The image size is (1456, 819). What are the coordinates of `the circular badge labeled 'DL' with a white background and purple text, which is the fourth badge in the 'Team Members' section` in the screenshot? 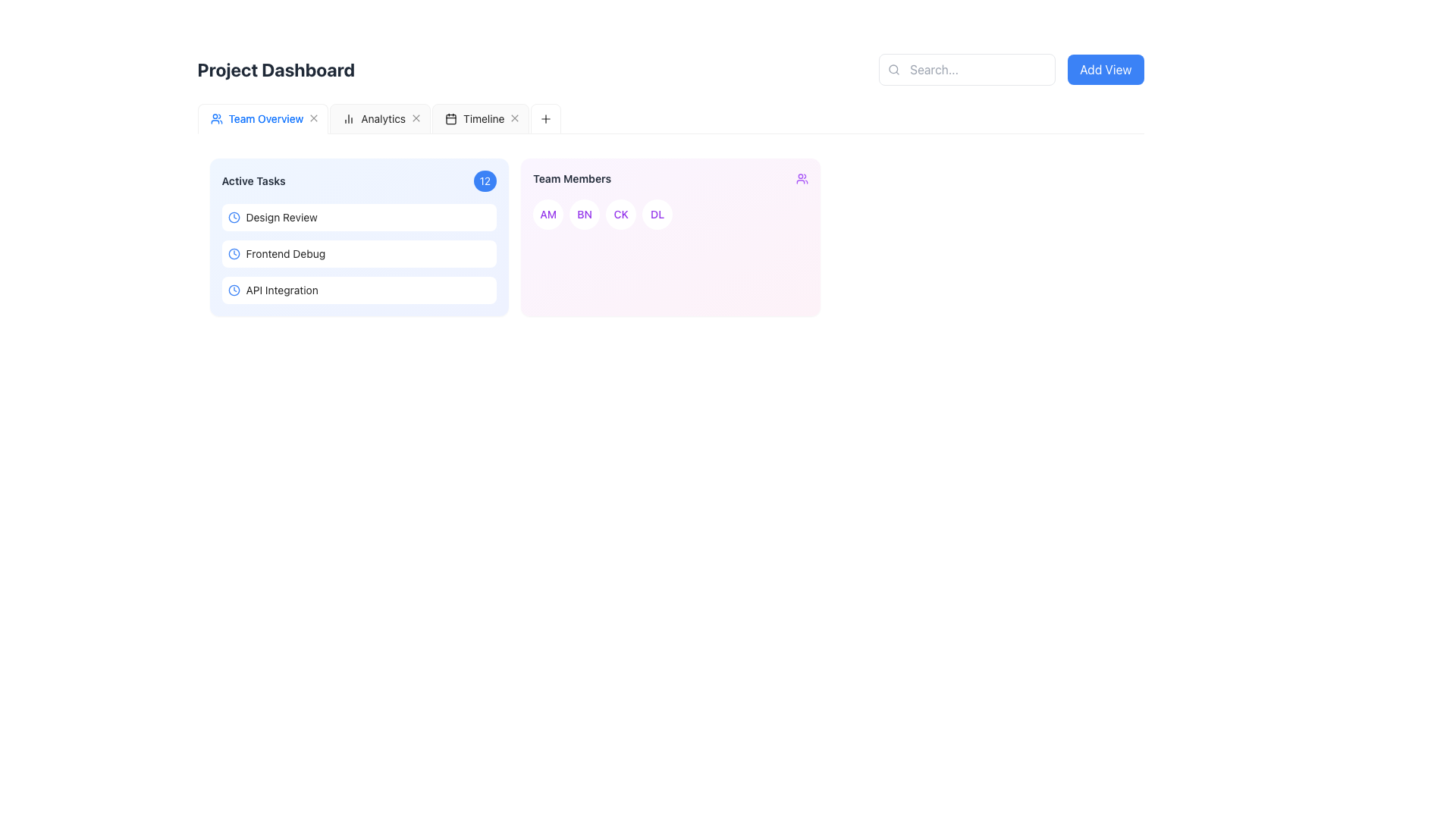 It's located at (657, 214).